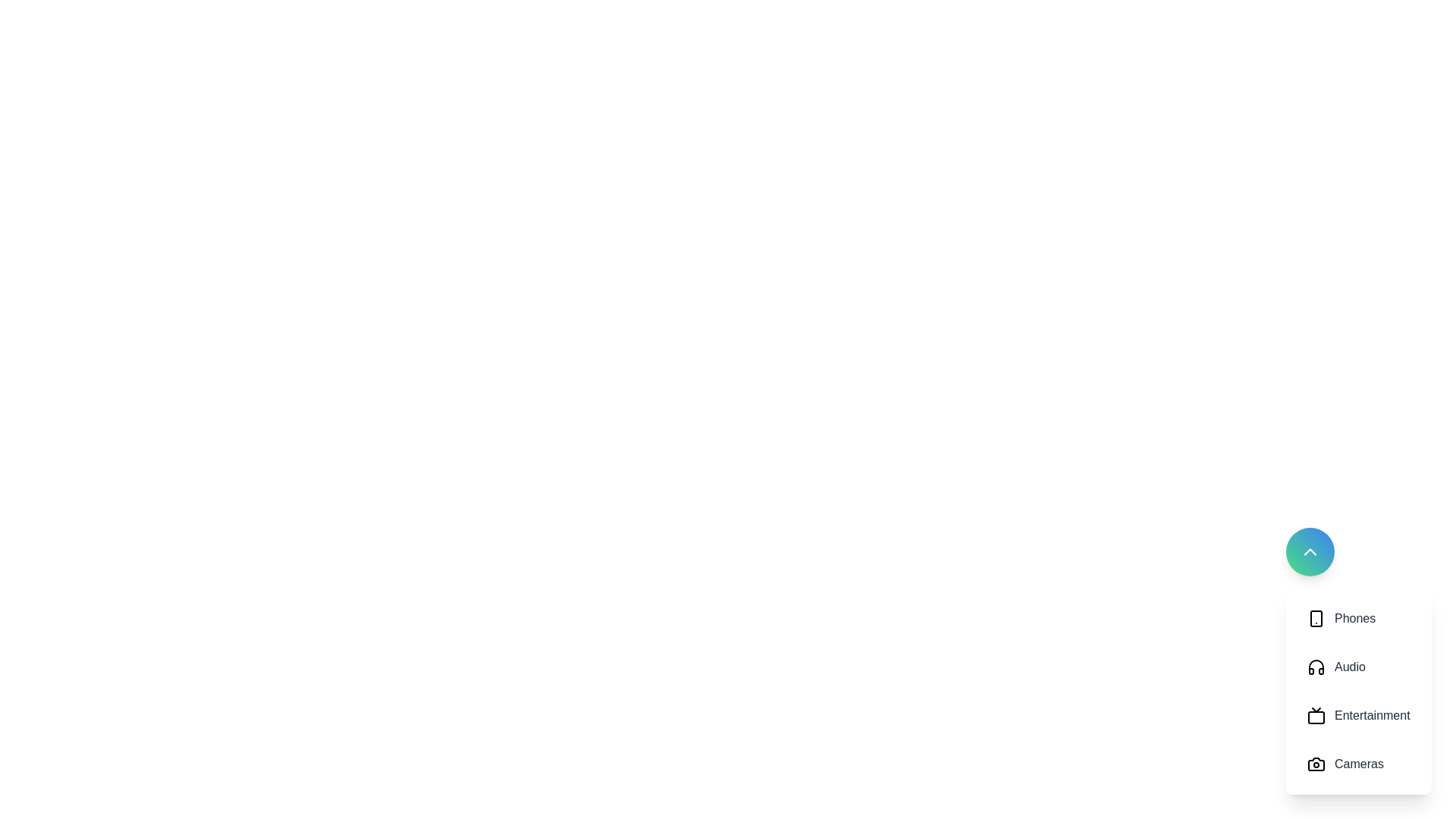 This screenshot has width=1456, height=819. Describe the element at coordinates (1358, 619) in the screenshot. I see `the category button labeled 'Phones' to observe any visual changes or tooltips` at that location.